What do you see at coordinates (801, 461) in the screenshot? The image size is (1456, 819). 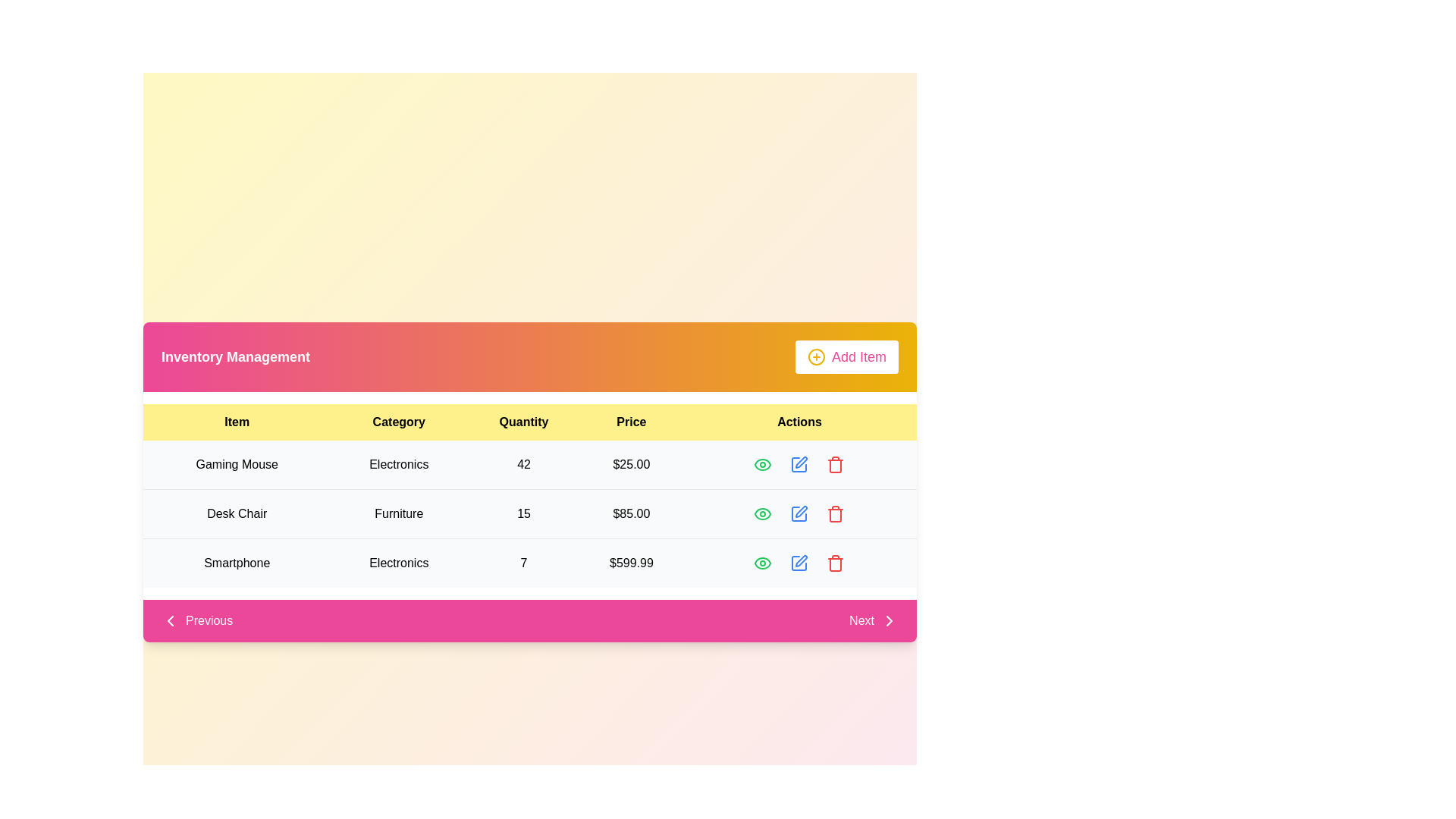 I see `the stylized pen icon in the Actions column of the second row corresponding to the Desk Chair item` at bounding box center [801, 461].